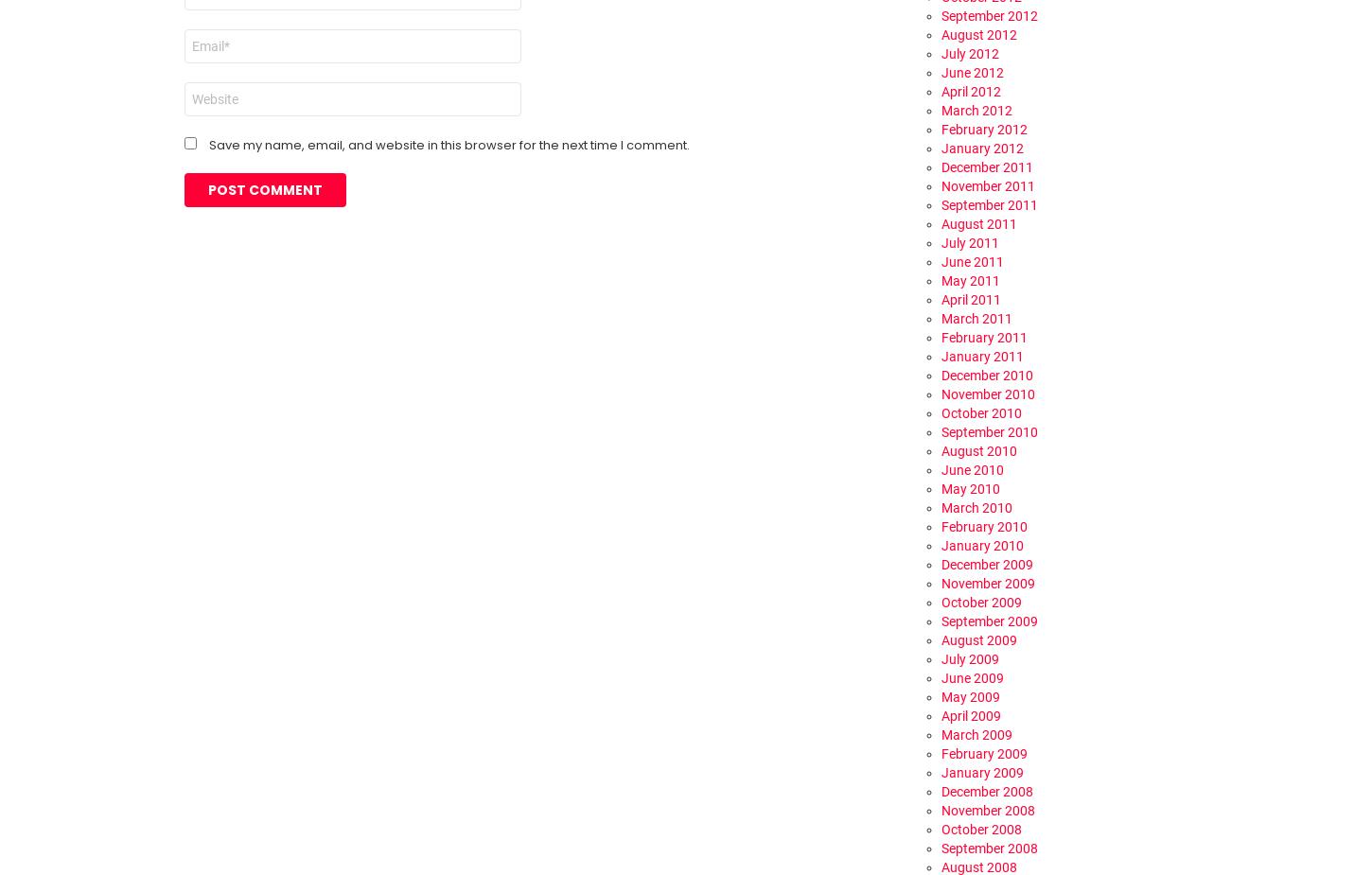 This screenshot has height=875, width=1372. Describe the element at coordinates (971, 487) in the screenshot. I see `'May 2010'` at that location.